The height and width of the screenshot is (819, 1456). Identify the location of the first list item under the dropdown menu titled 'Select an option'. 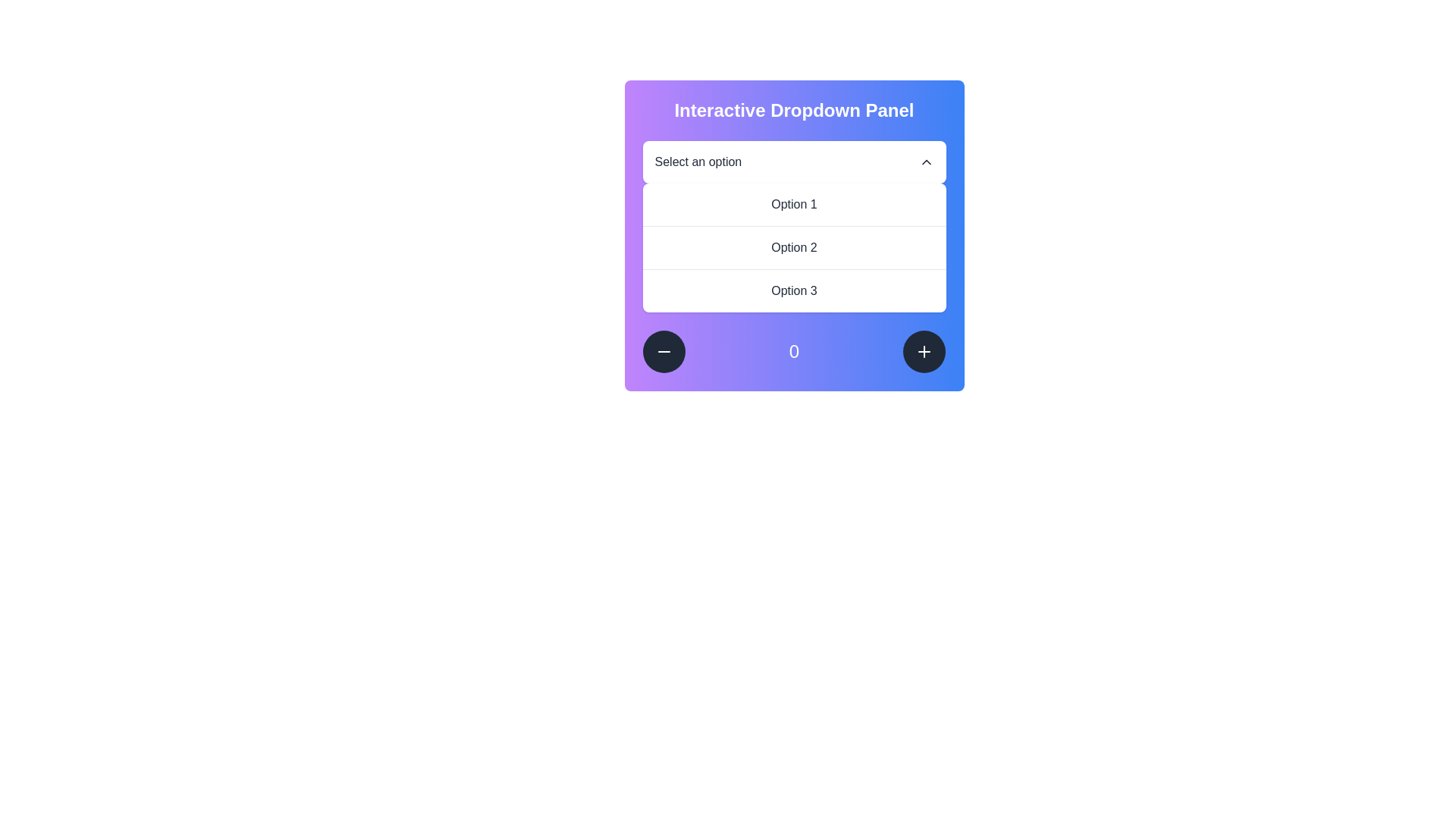
(793, 205).